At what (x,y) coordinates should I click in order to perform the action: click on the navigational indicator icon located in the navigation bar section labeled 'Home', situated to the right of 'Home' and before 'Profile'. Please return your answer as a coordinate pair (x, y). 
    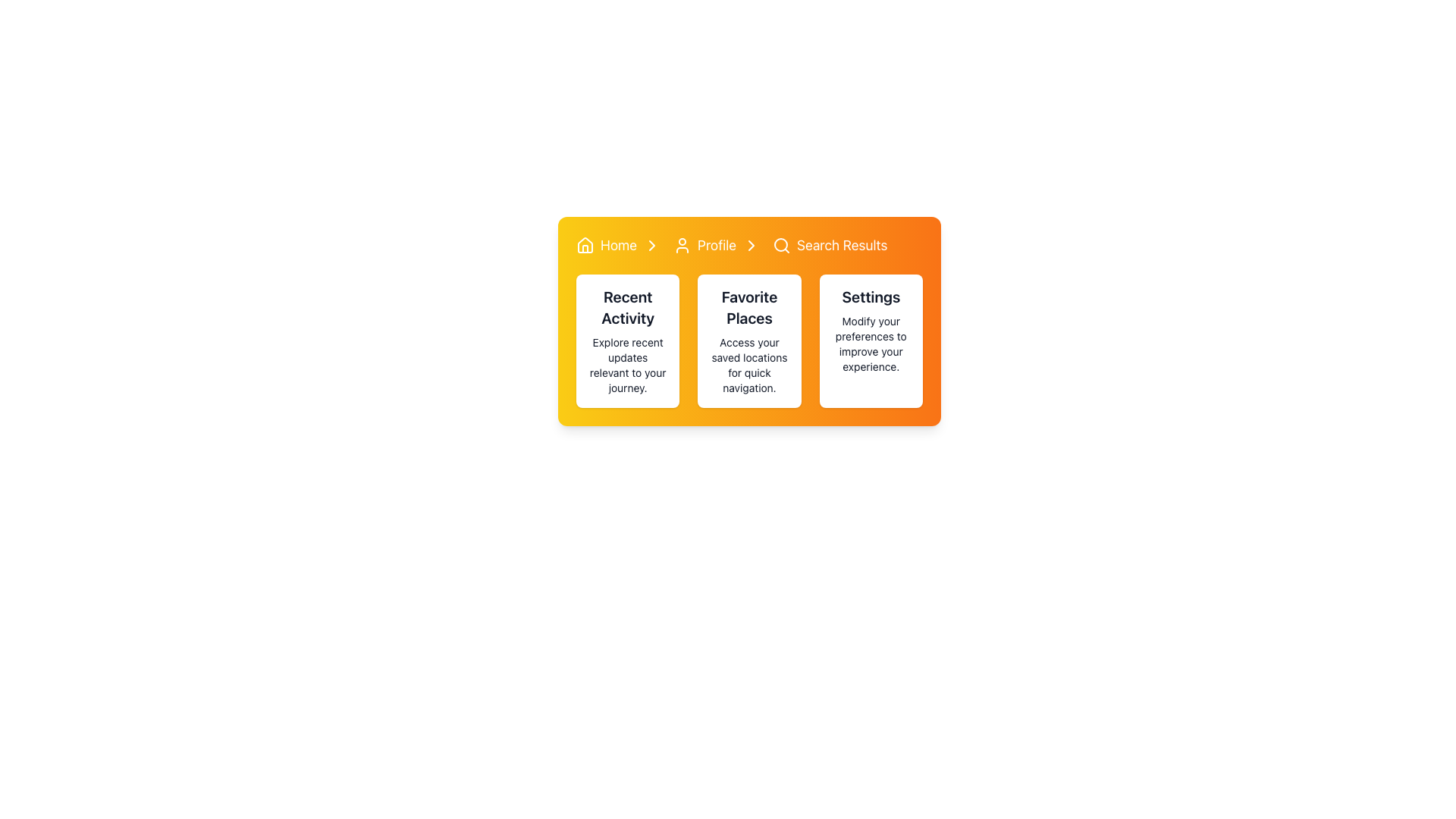
    Looking at the image, I should click on (651, 245).